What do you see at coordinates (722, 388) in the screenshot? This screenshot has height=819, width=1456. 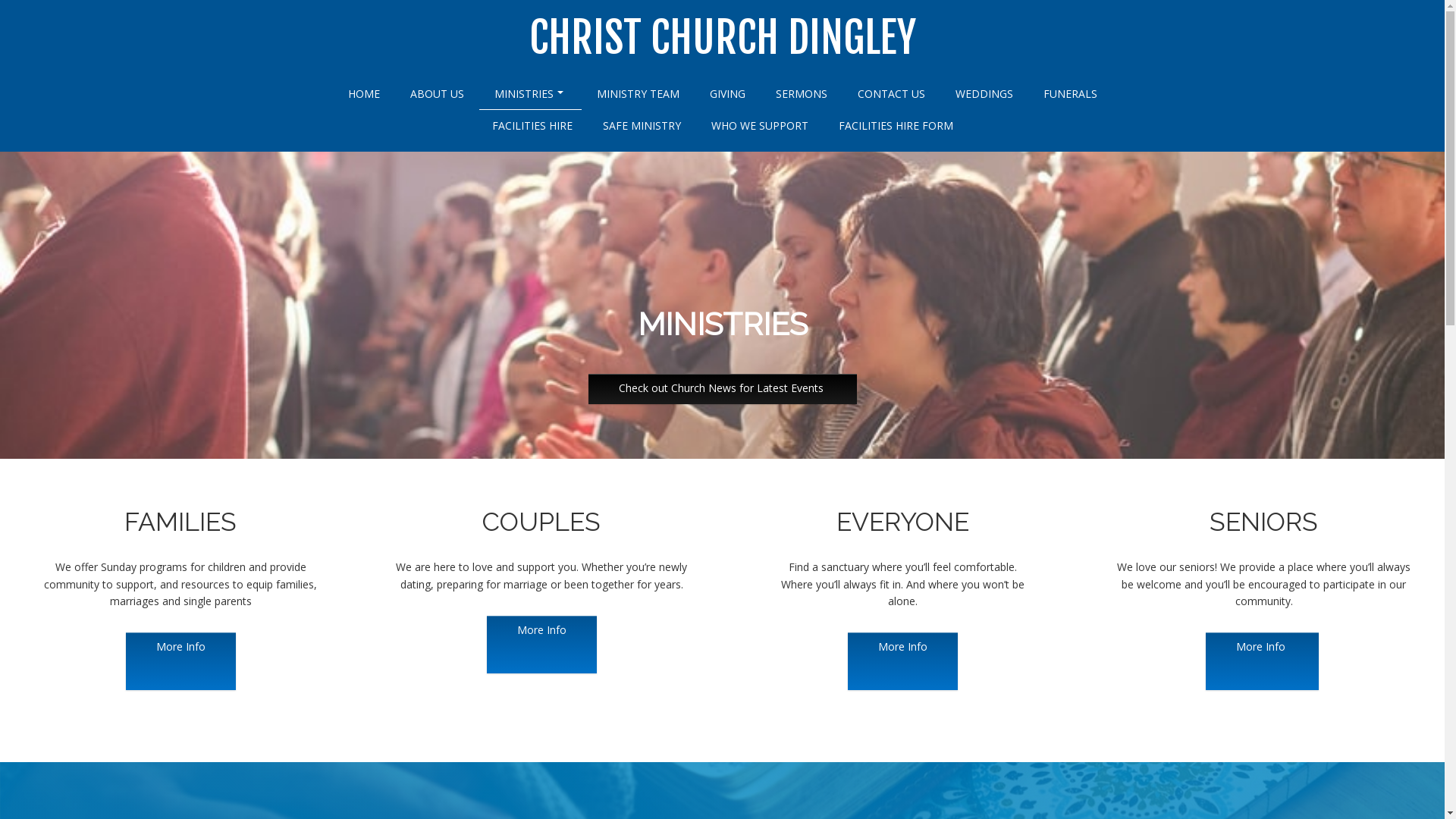 I see `'Check out Church News for Latest Events '` at bounding box center [722, 388].